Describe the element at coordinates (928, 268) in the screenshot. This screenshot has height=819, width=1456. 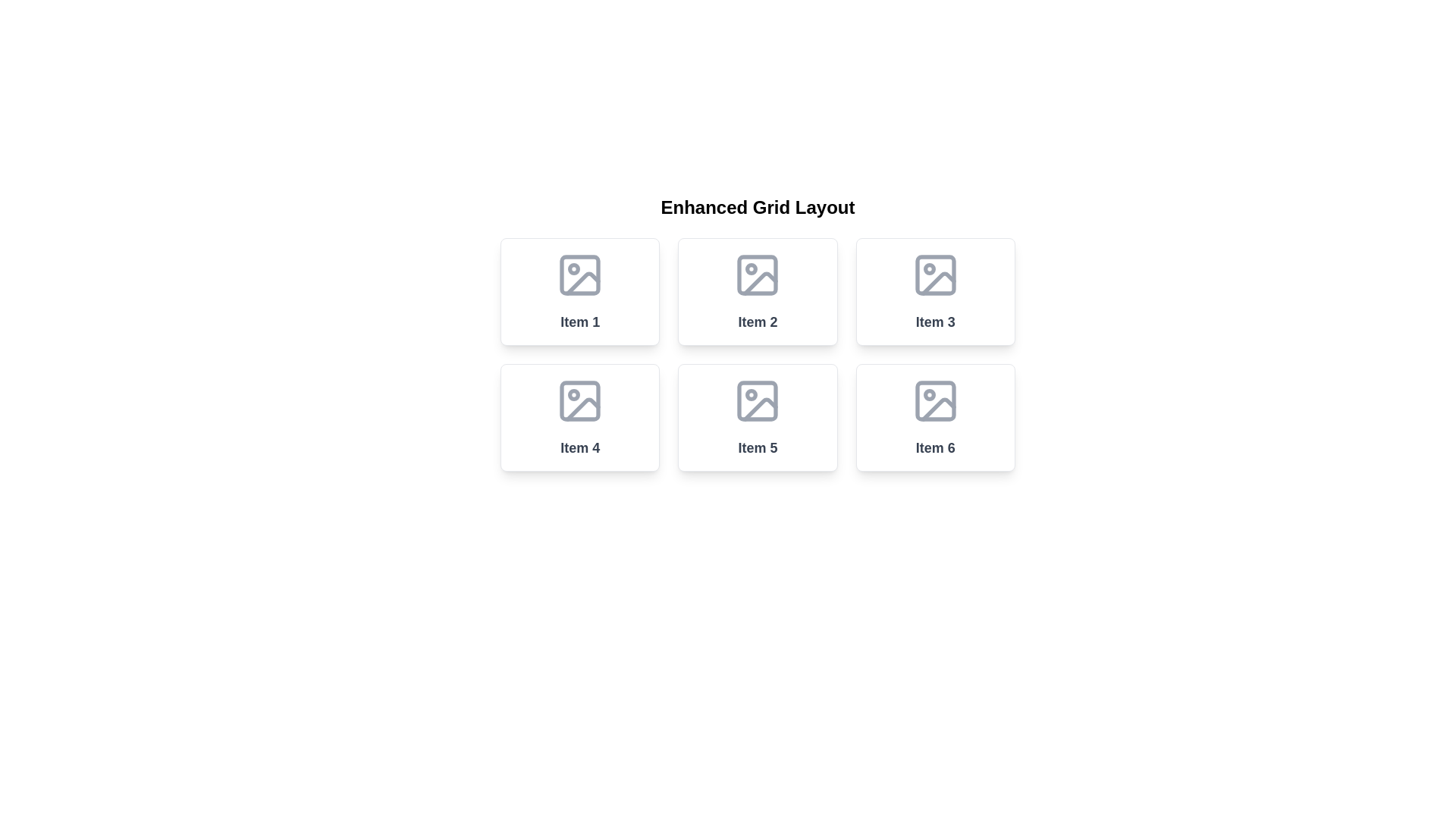
I see `the small circular shape within the 'Item 3' image icon, which is visually distinct with a solid fill color` at that location.